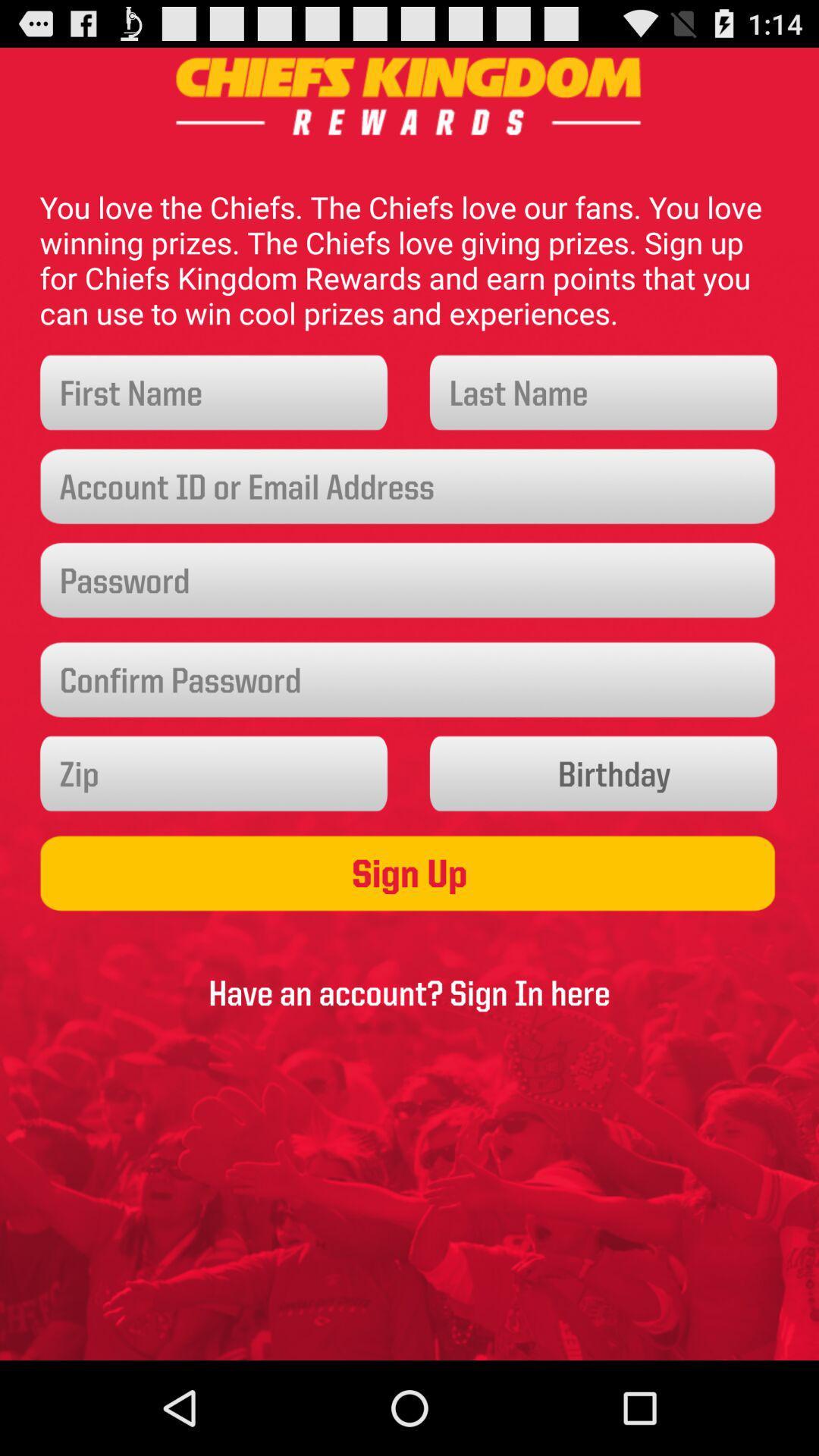 Image resolution: width=819 pixels, height=1456 pixels. What do you see at coordinates (215, 773) in the screenshot?
I see `zip code` at bounding box center [215, 773].